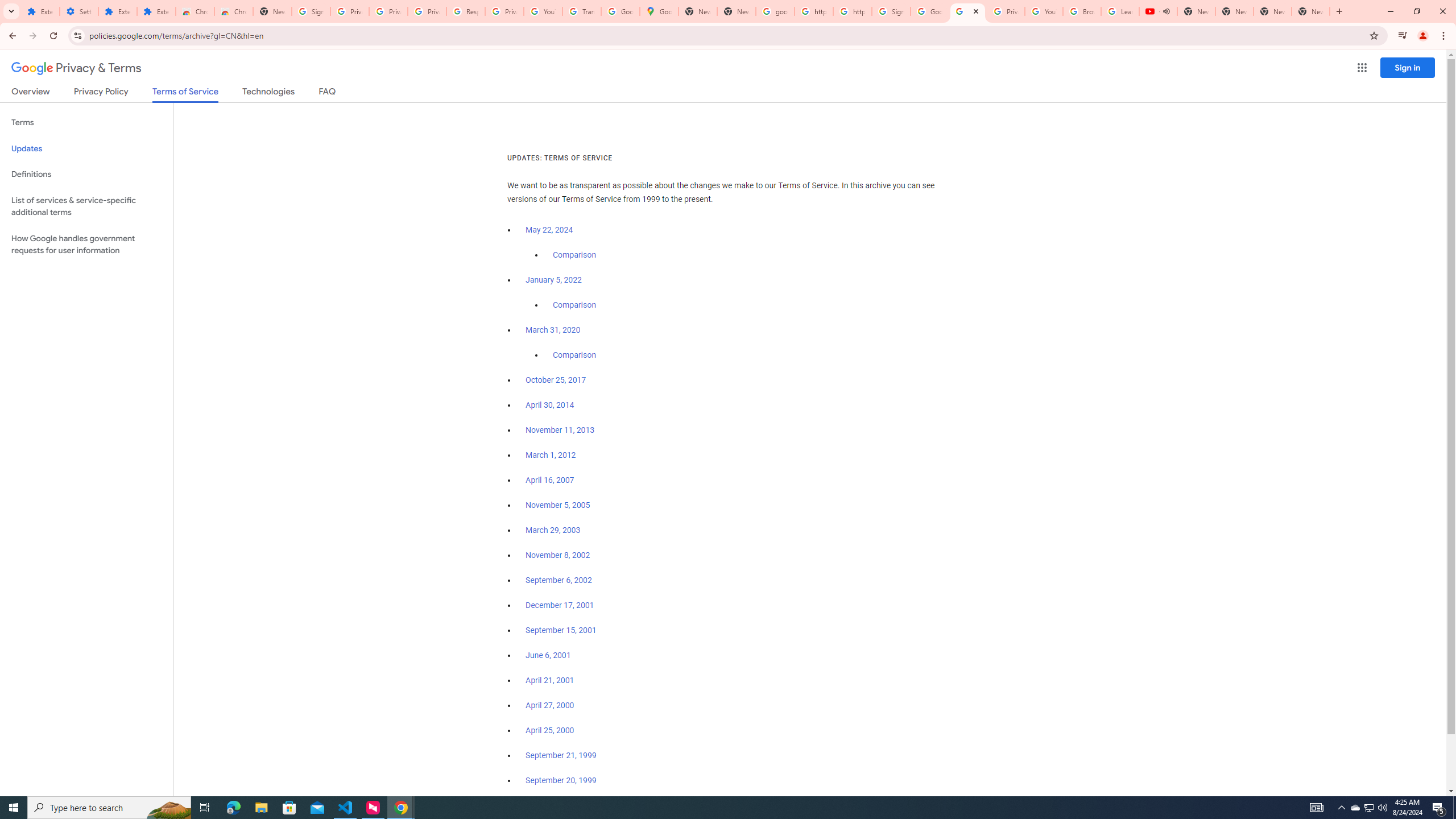 This screenshot has width=1456, height=819. What do you see at coordinates (547, 655) in the screenshot?
I see `'June 6, 2001'` at bounding box center [547, 655].